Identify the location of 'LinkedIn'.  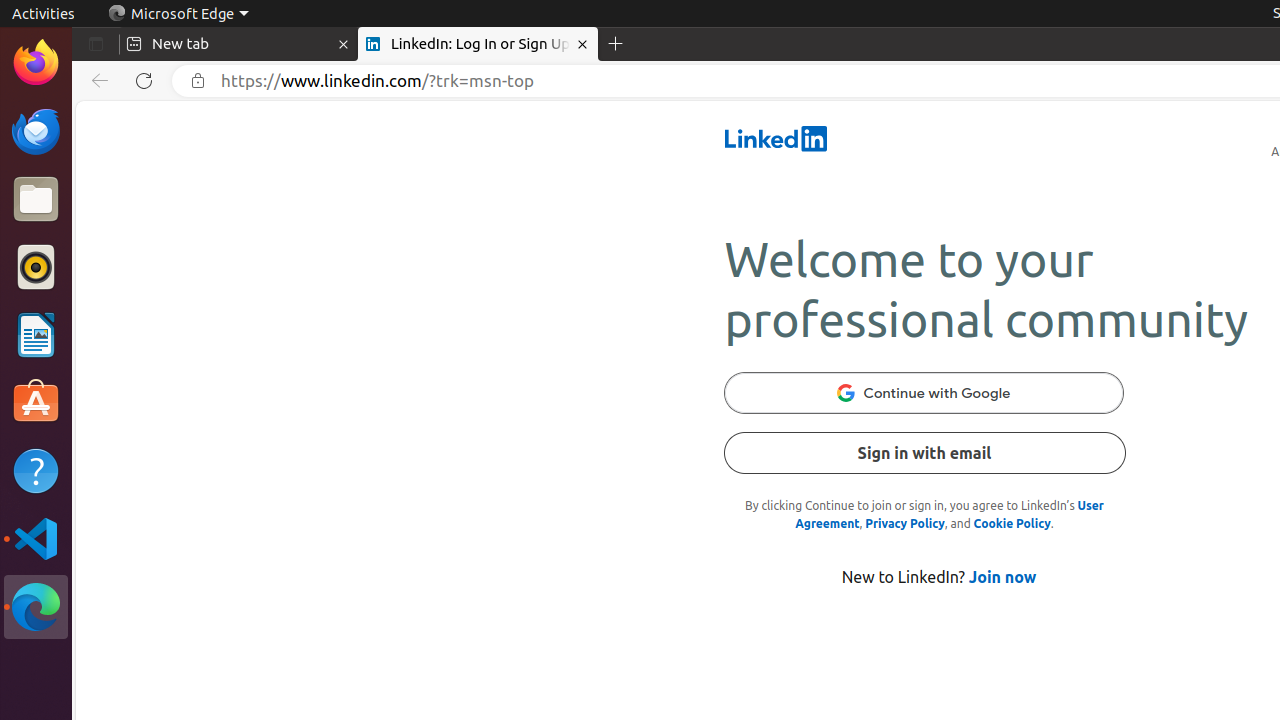
(774, 138).